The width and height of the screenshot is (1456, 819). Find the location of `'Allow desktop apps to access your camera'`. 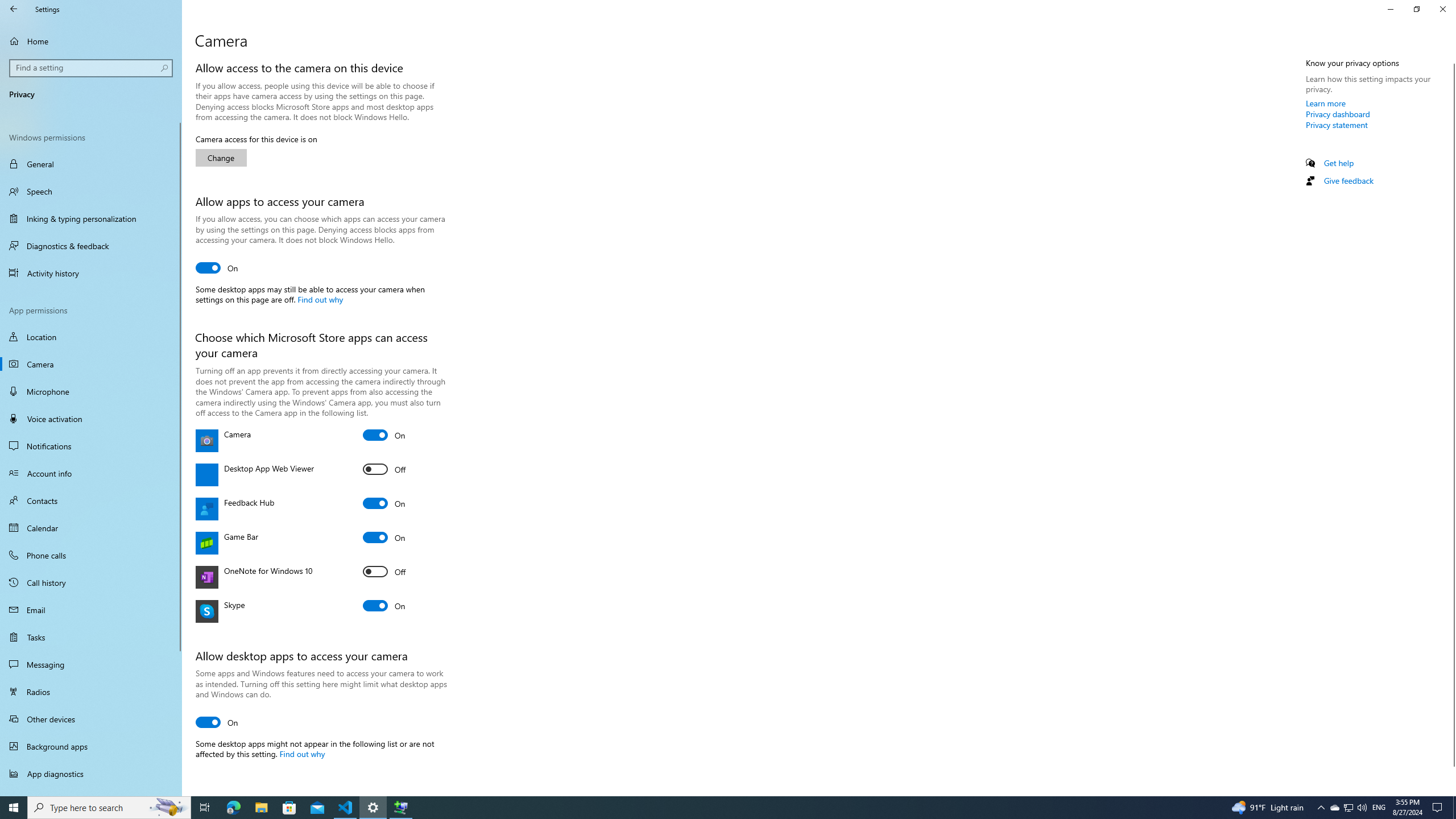

'Allow desktop apps to access your camera' is located at coordinates (216, 722).